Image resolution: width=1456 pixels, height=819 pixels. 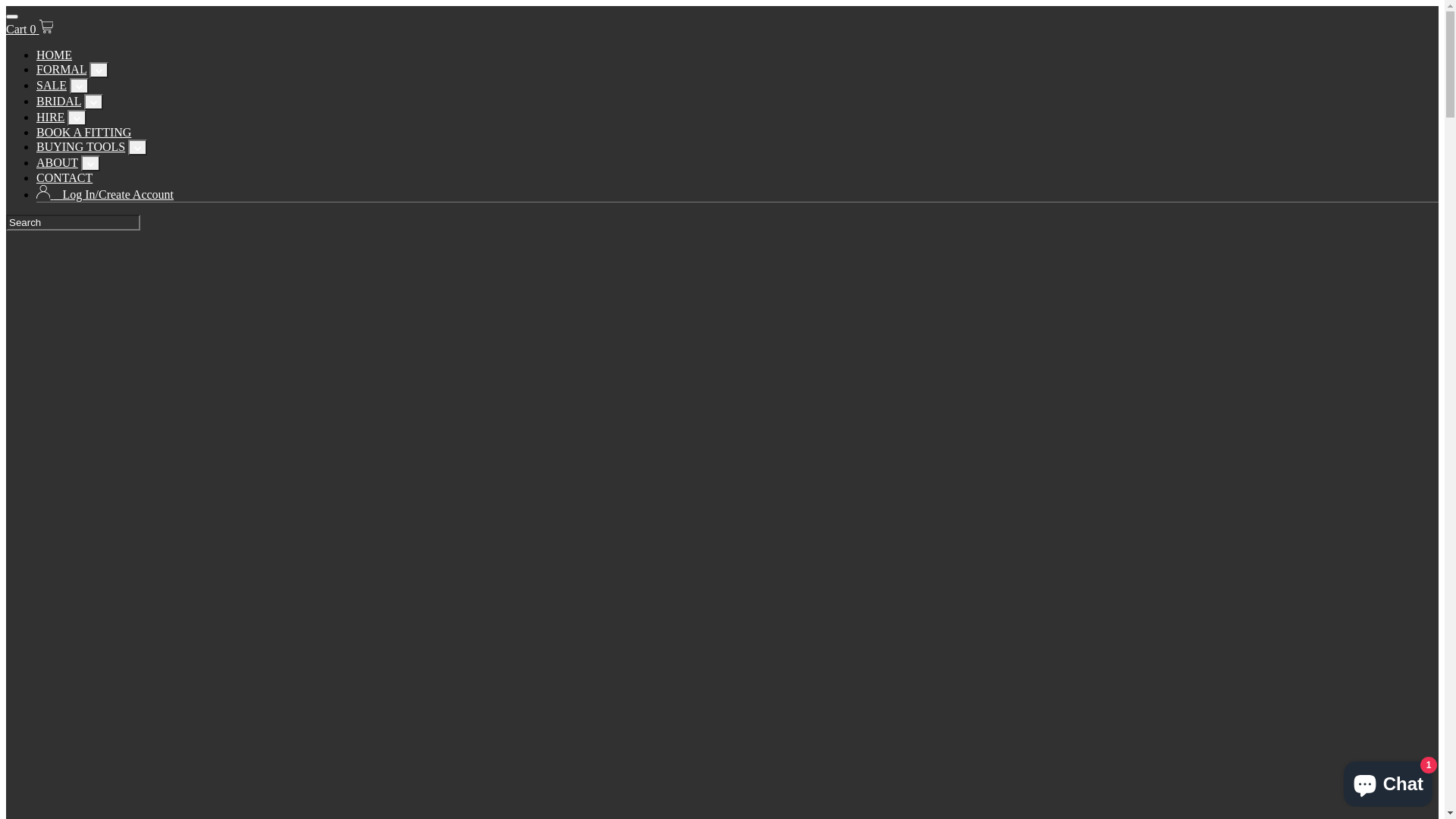 What do you see at coordinates (50, 116) in the screenshot?
I see `'HIRE'` at bounding box center [50, 116].